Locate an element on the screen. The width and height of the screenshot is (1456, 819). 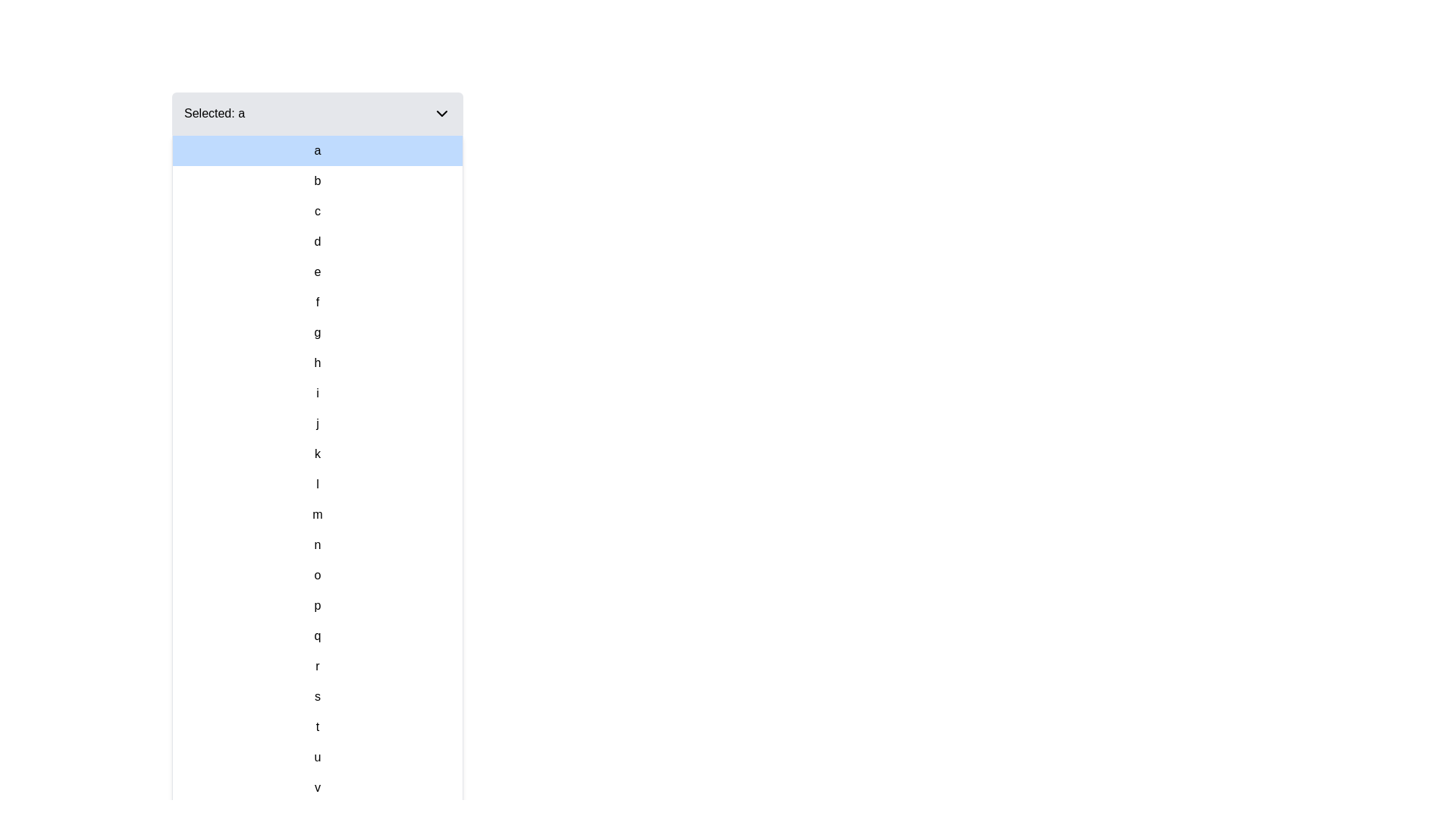
the single, black, lowercase letter 'l' which is the 12th item in a vertically oriented list of letters on a white background is located at coordinates (316, 485).